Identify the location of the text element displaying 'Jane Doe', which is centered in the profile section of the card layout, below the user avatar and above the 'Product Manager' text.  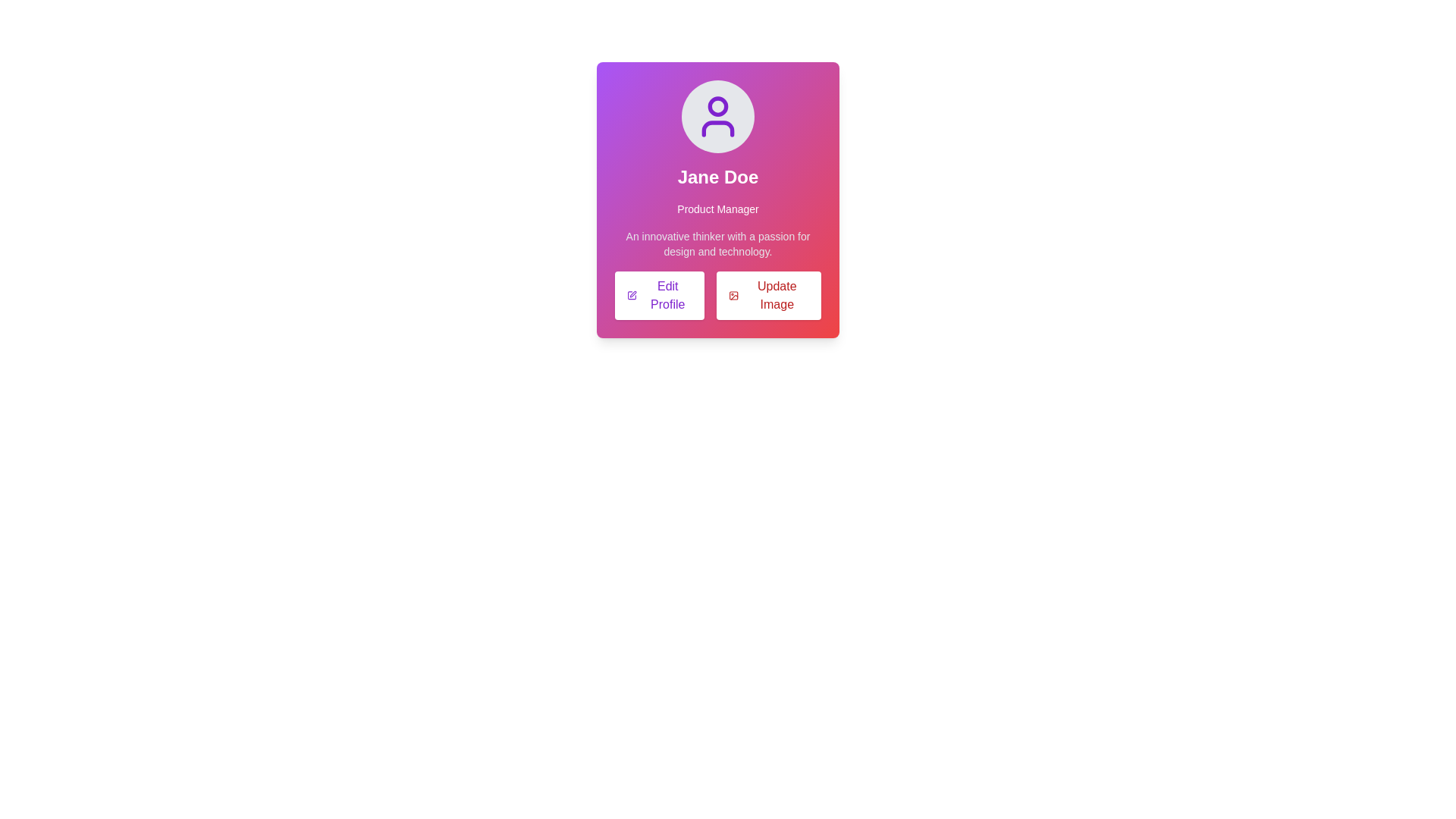
(717, 177).